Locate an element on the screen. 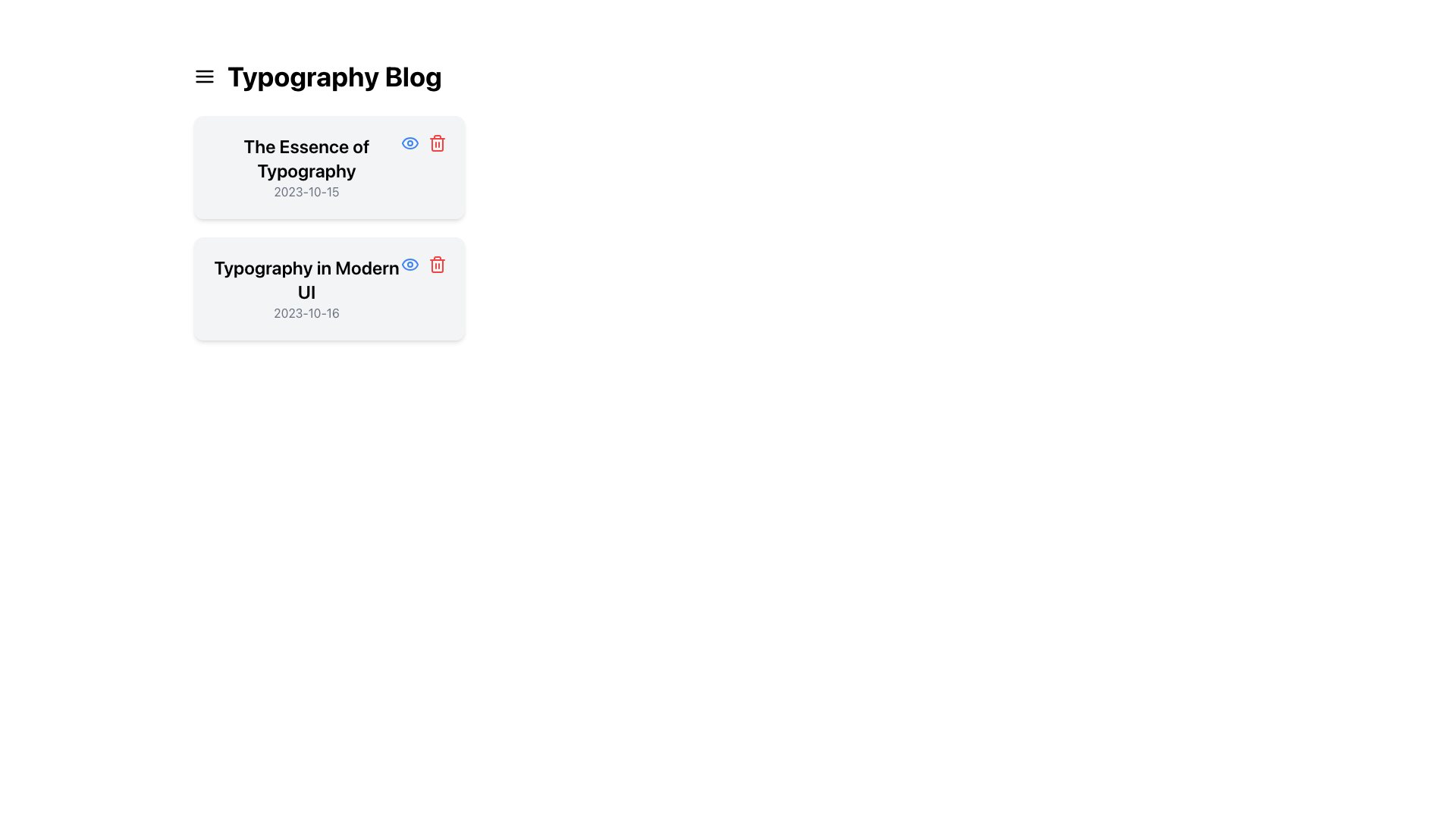 The image size is (1456, 819). the visibility button located on the right side of the 'Typography in Modern UI' card is located at coordinates (410, 143).